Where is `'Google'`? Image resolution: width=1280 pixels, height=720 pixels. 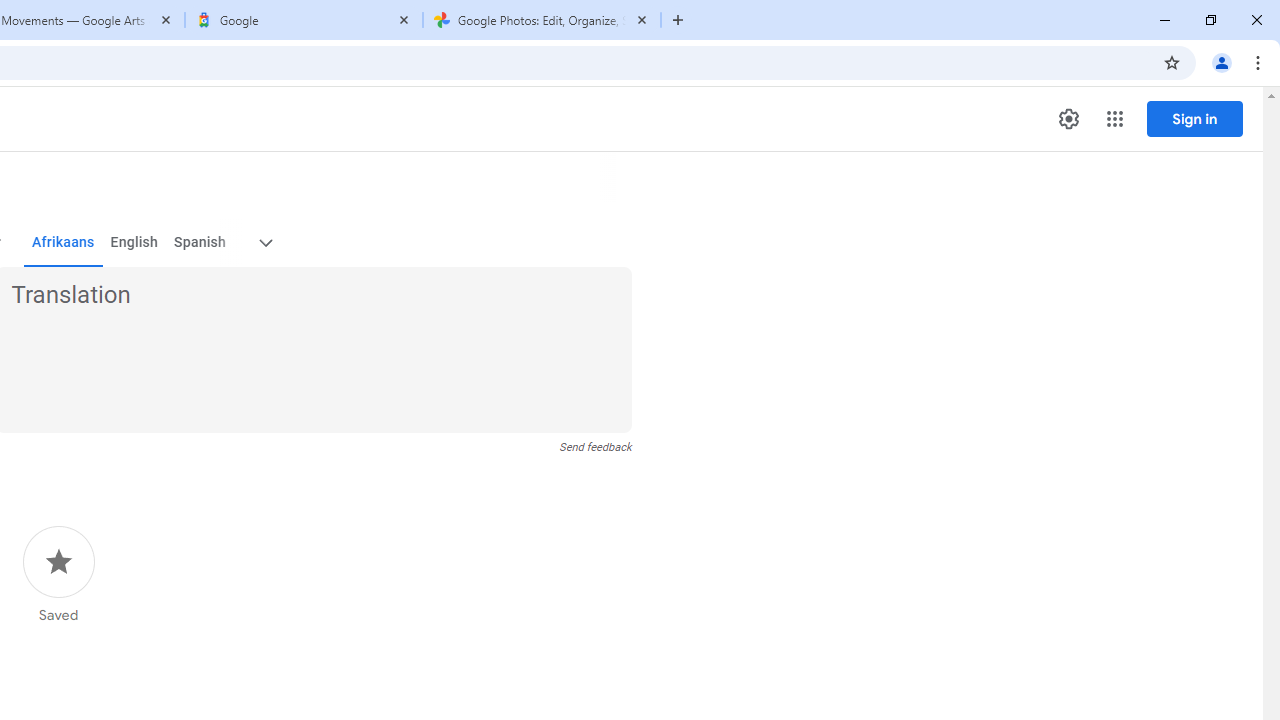
'Google' is located at coordinates (303, 20).